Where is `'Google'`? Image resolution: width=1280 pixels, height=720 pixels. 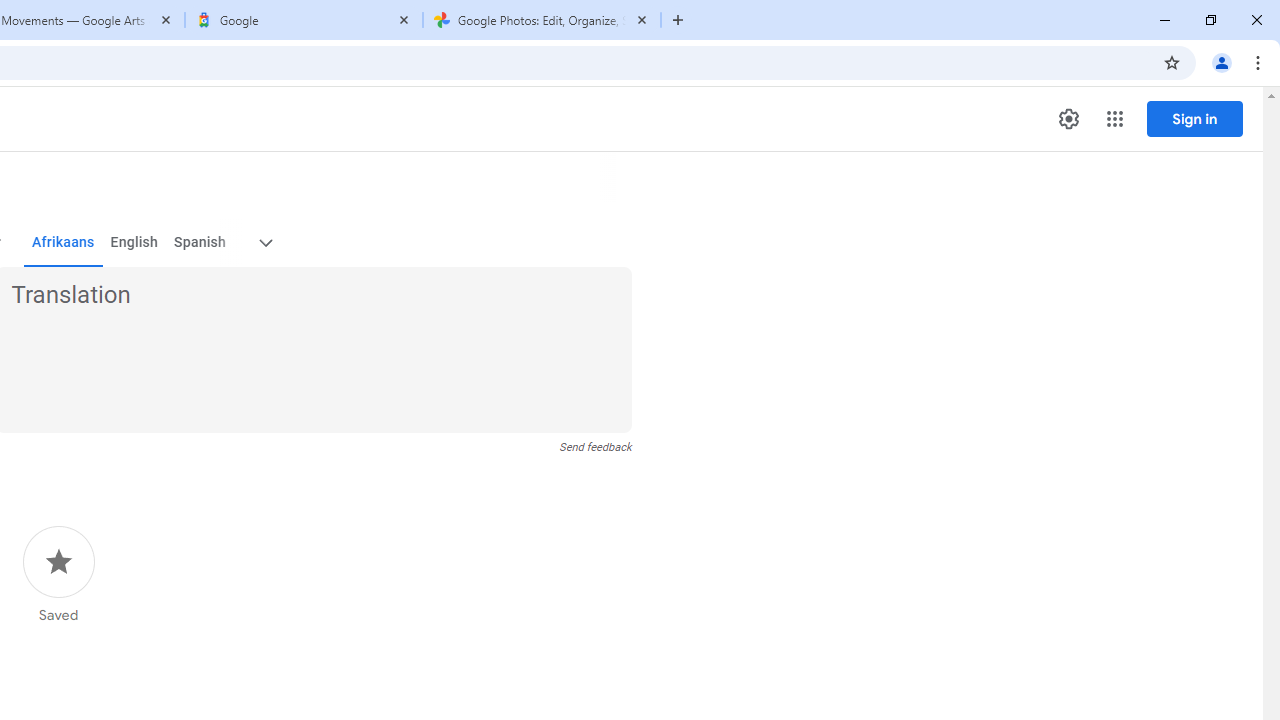
'Google' is located at coordinates (303, 20).